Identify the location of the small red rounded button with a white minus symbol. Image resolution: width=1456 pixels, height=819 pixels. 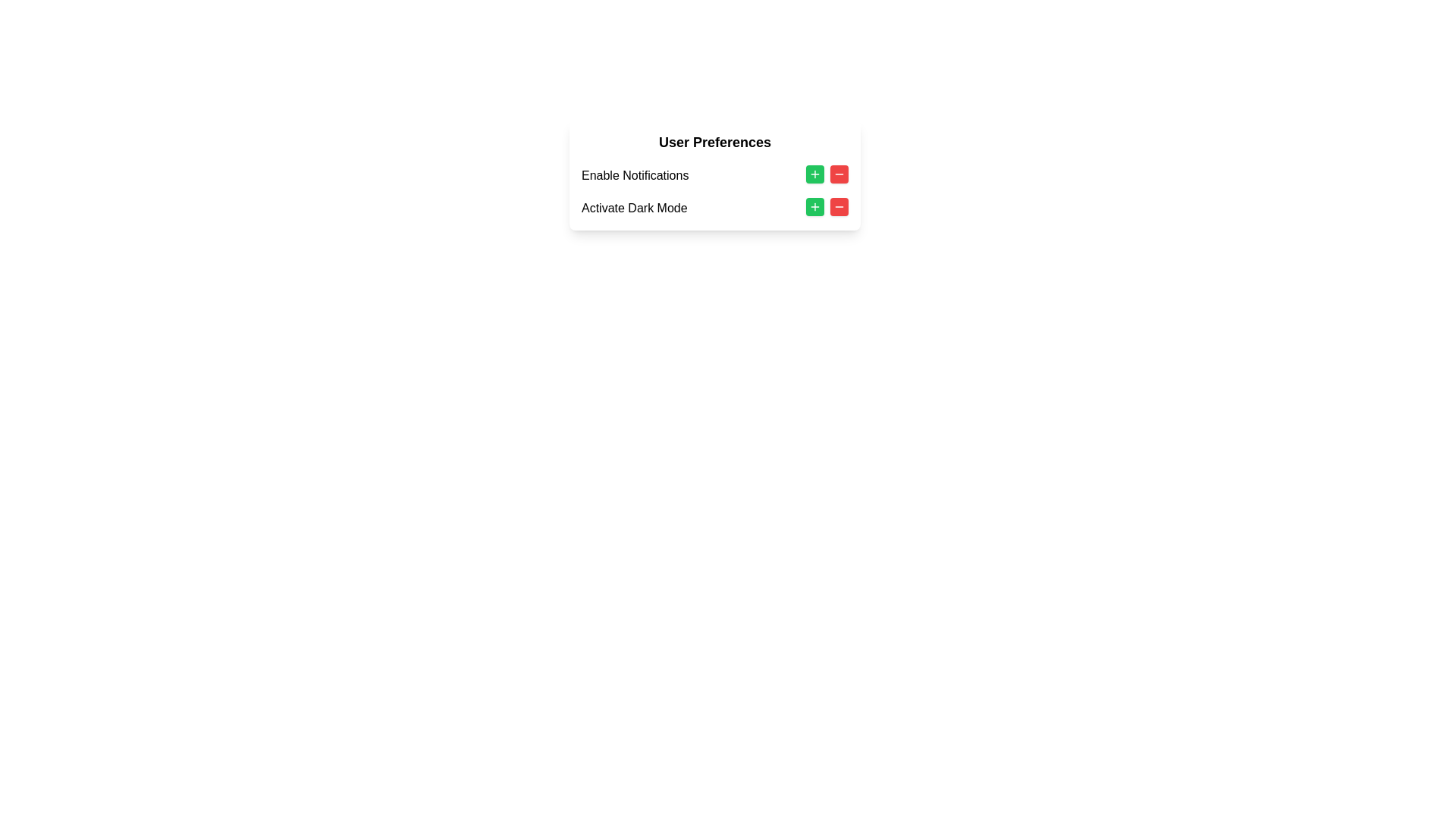
(839, 207).